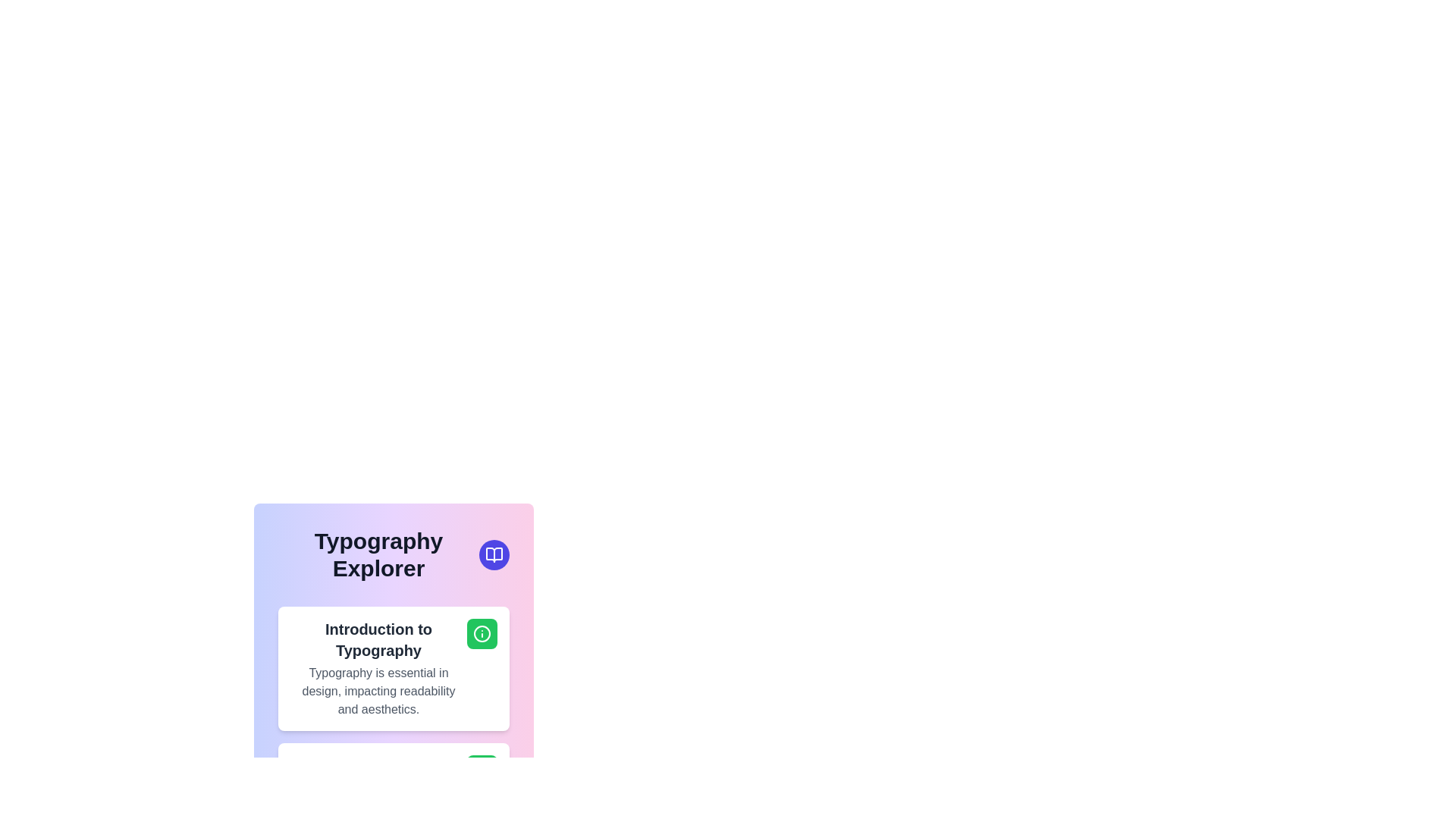  What do you see at coordinates (494, 555) in the screenshot?
I see `the button located at the top-right corner of the 'Typography Explorer' section` at bounding box center [494, 555].